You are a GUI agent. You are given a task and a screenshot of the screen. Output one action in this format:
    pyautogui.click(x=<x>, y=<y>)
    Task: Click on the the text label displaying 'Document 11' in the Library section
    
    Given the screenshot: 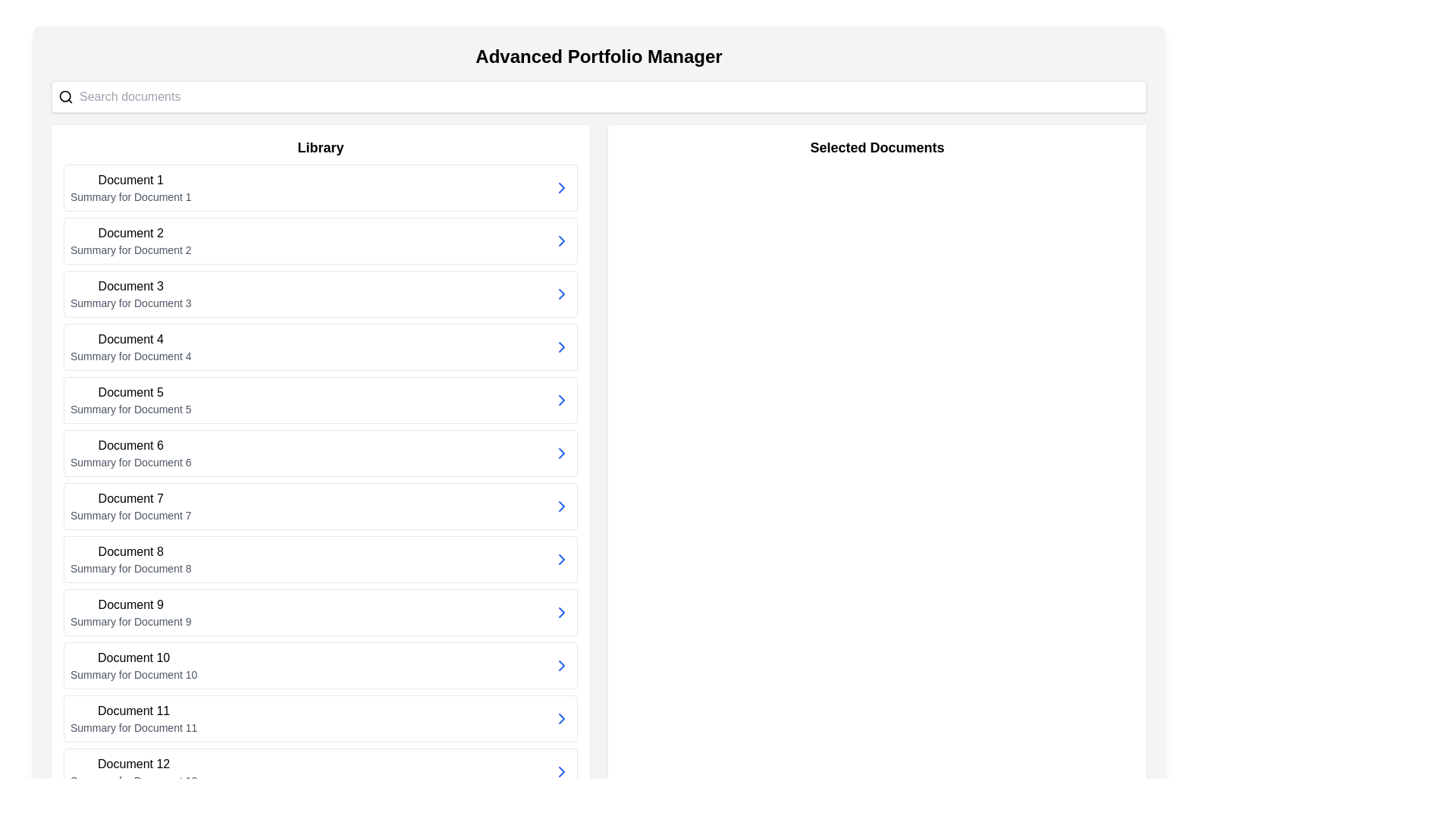 What is the action you would take?
    pyautogui.click(x=133, y=711)
    